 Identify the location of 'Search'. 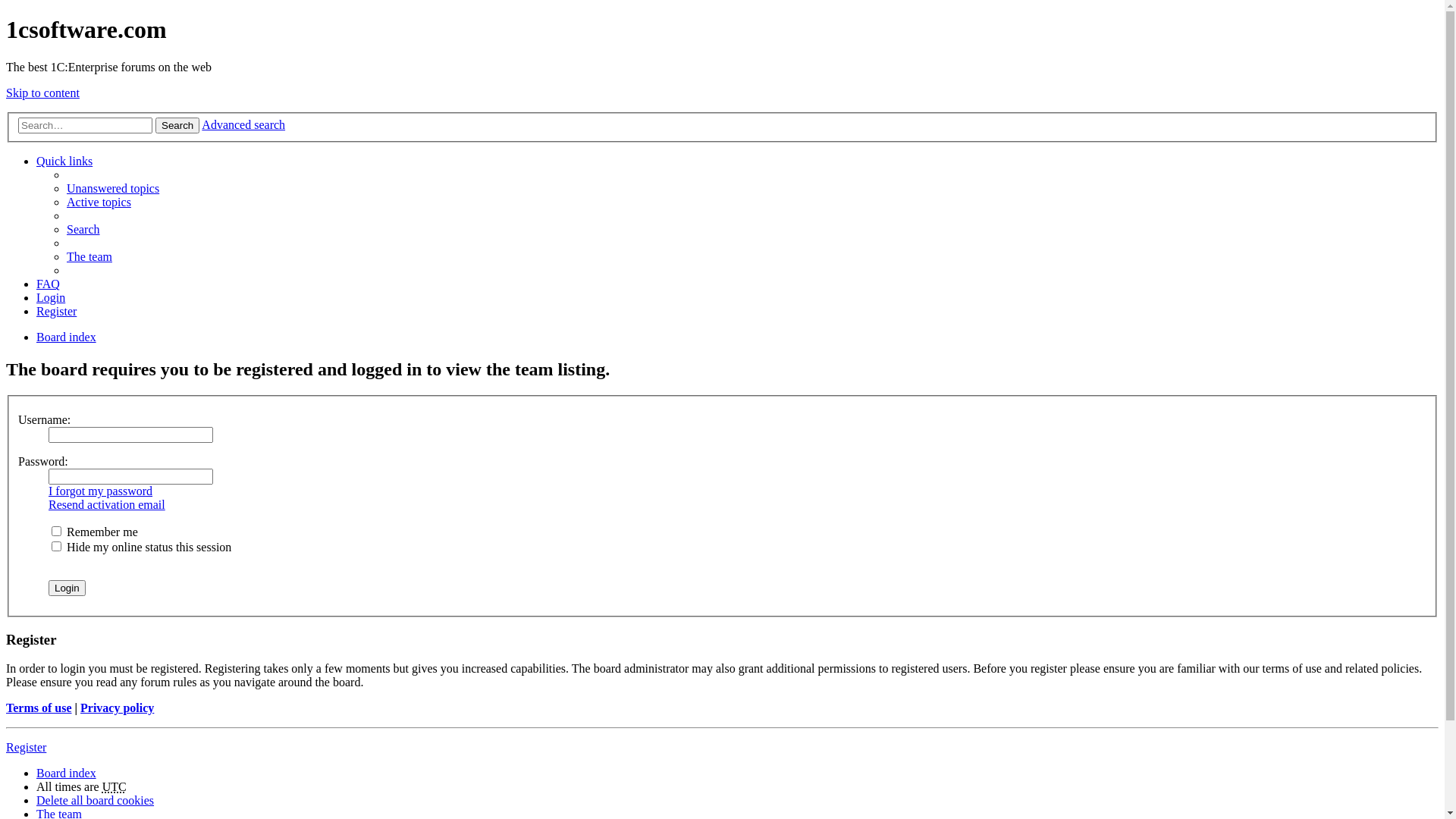
(83, 229).